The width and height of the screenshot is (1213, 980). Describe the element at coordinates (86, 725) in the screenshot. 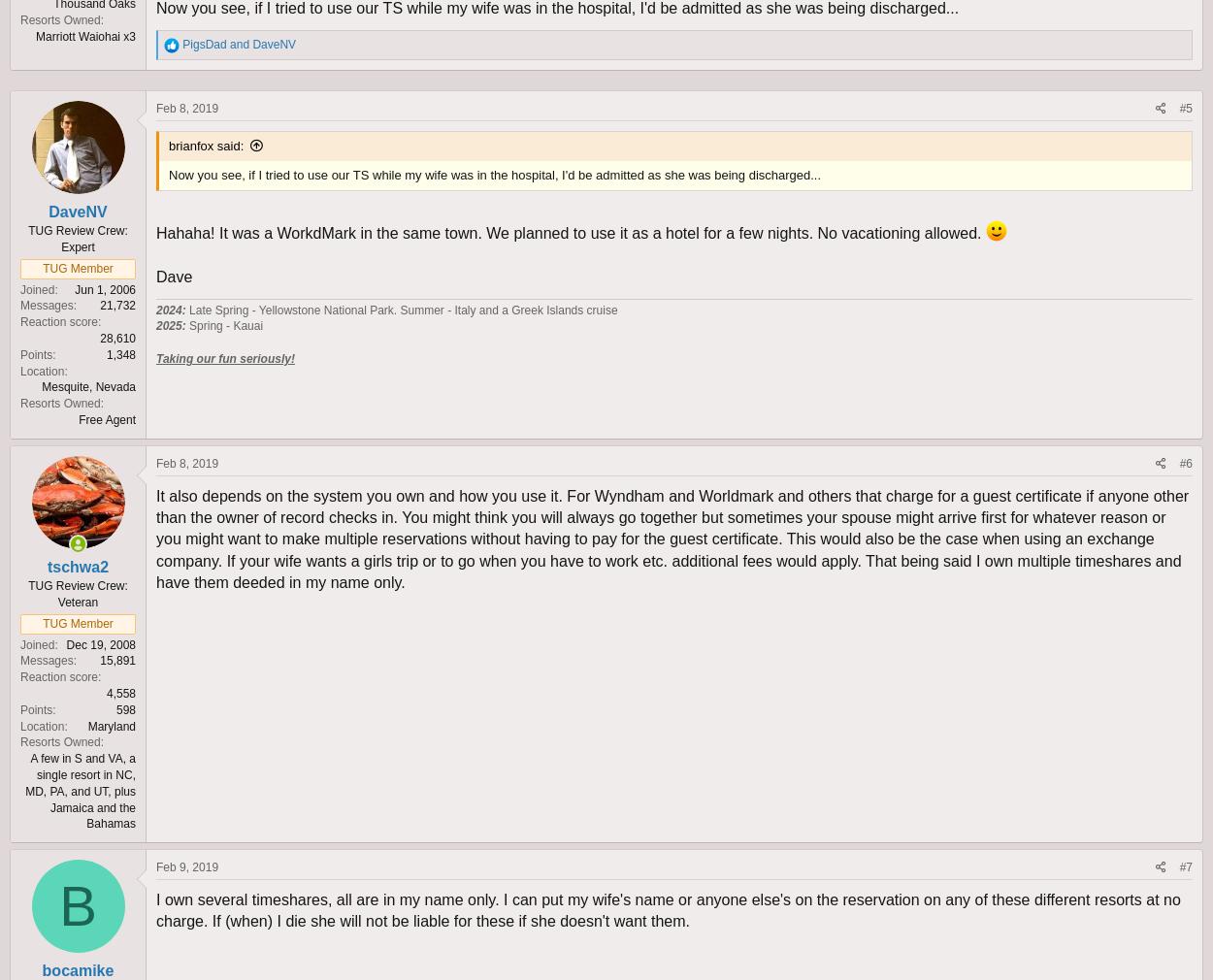

I see `'Maryland'` at that location.